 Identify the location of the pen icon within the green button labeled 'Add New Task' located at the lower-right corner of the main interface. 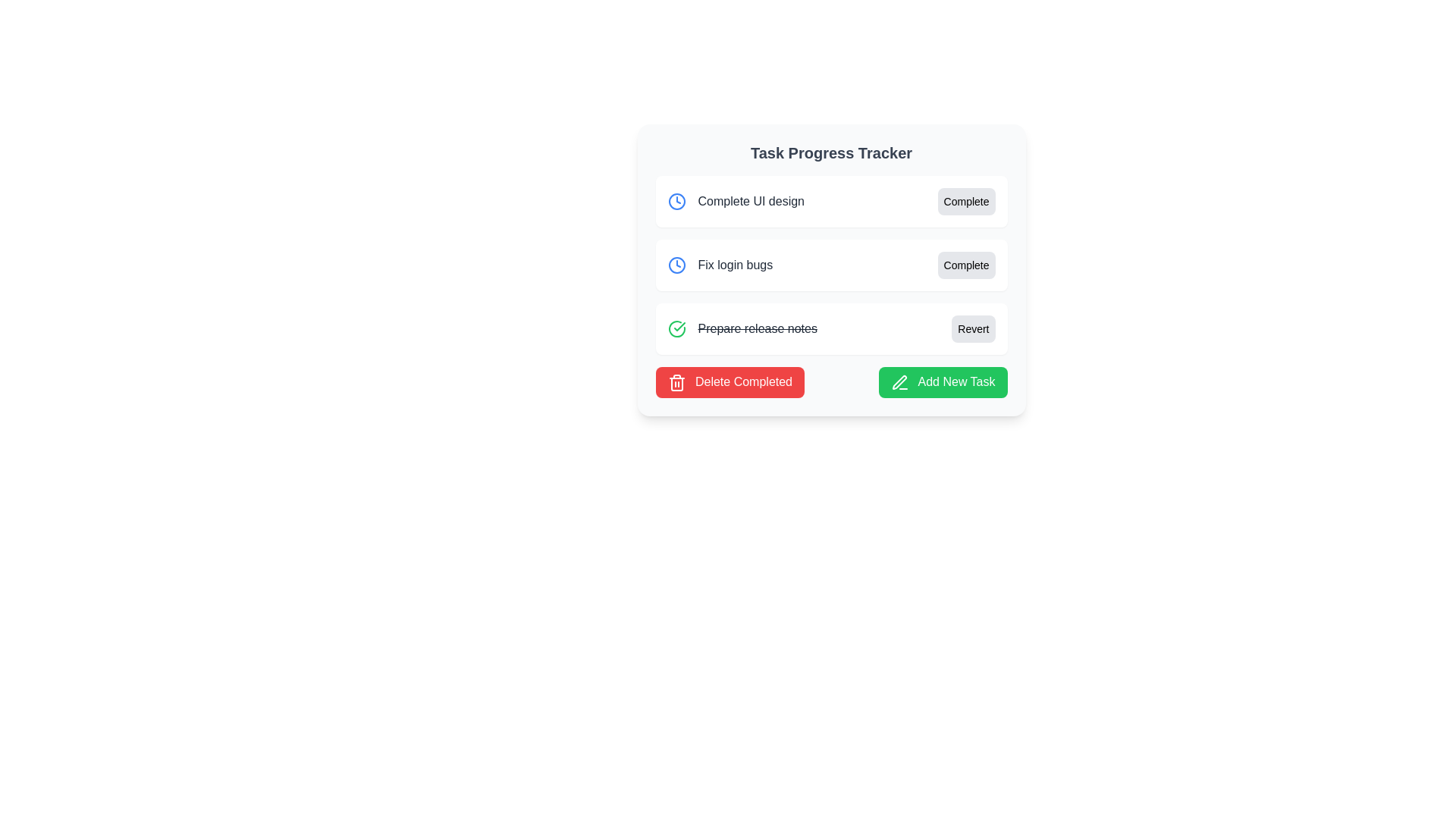
(899, 381).